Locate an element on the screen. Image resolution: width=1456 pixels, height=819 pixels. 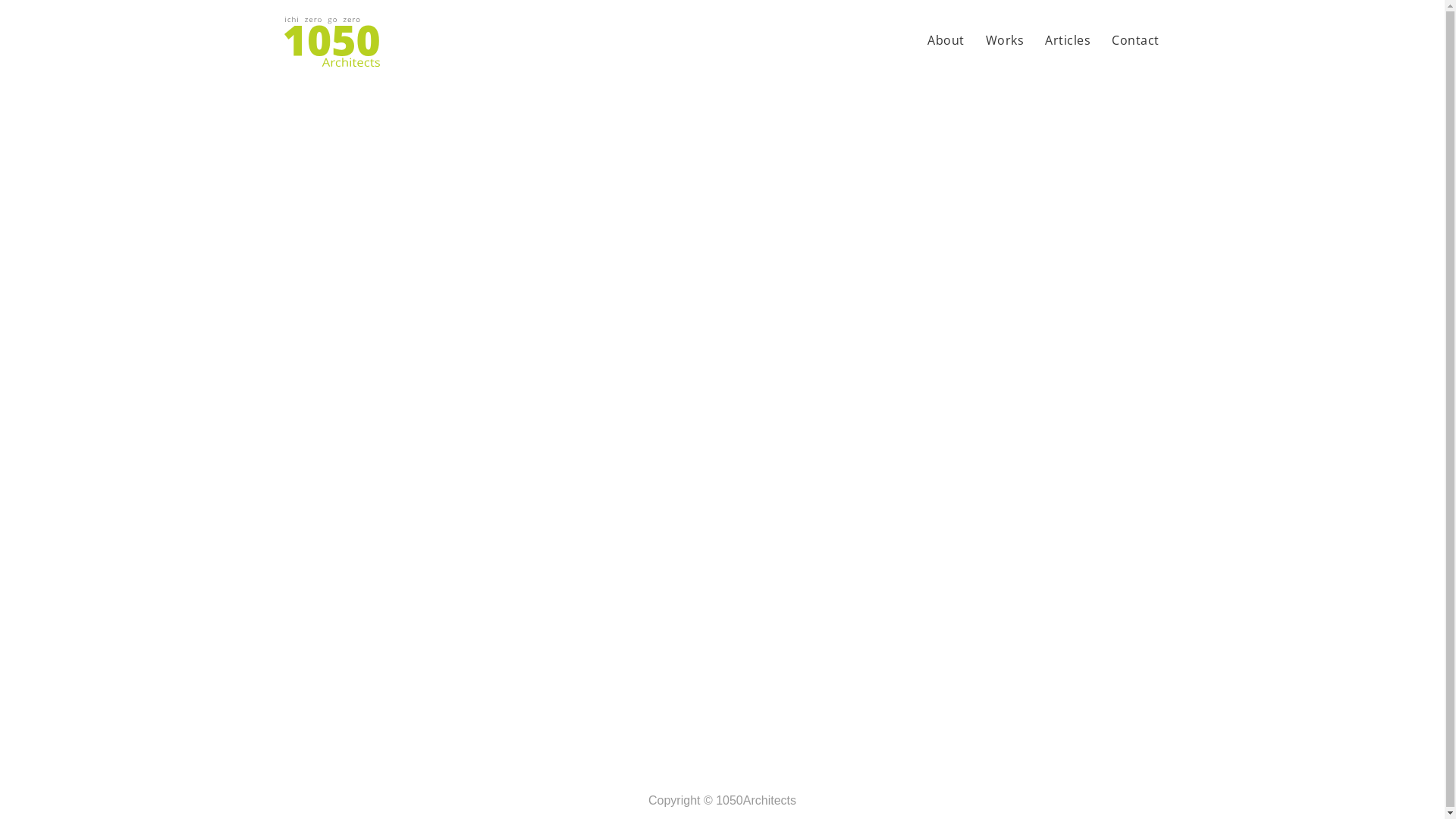
'Contact' is located at coordinates (1135, 41).